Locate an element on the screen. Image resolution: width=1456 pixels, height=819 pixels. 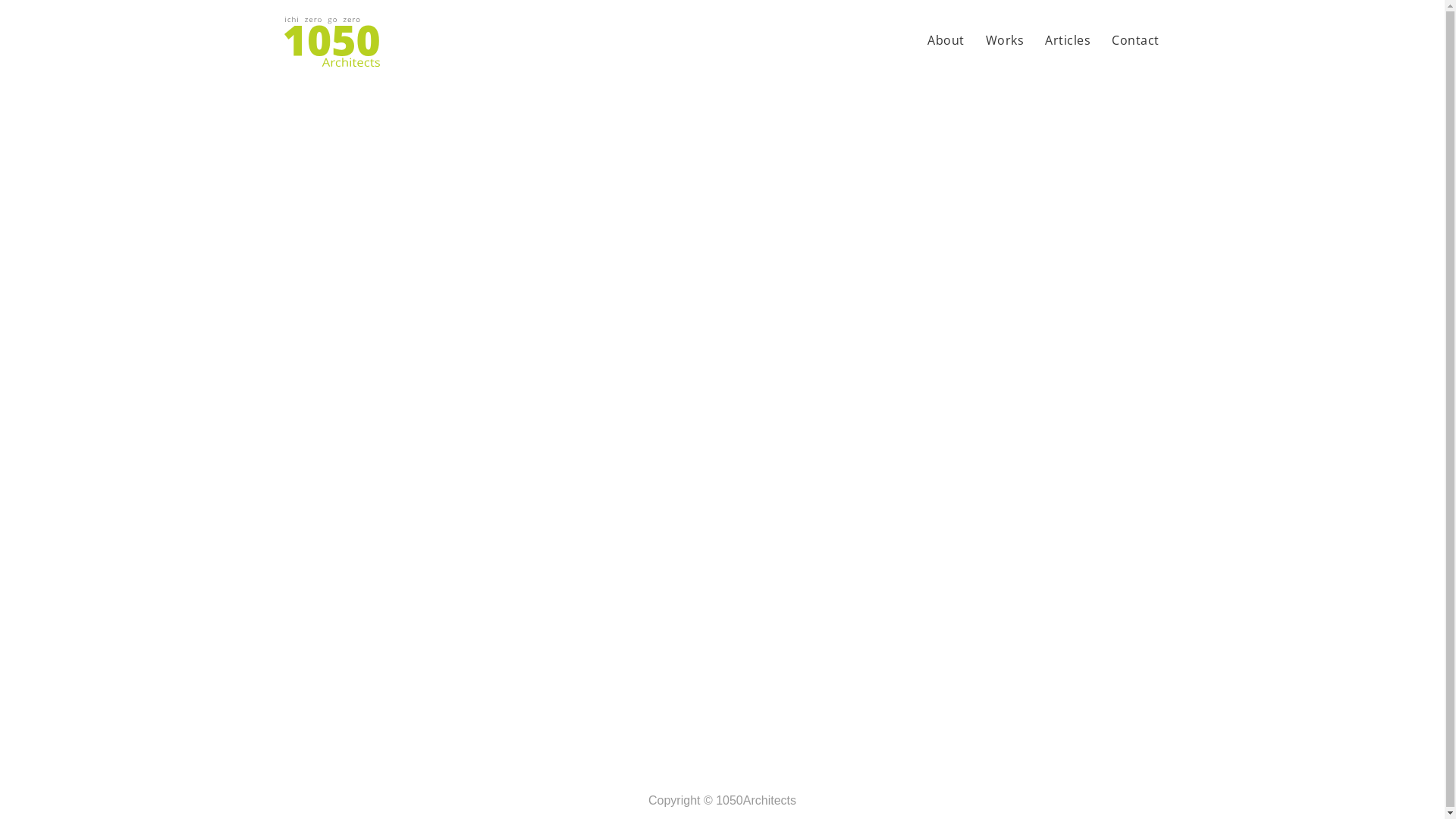
'Contact' is located at coordinates (1135, 41).